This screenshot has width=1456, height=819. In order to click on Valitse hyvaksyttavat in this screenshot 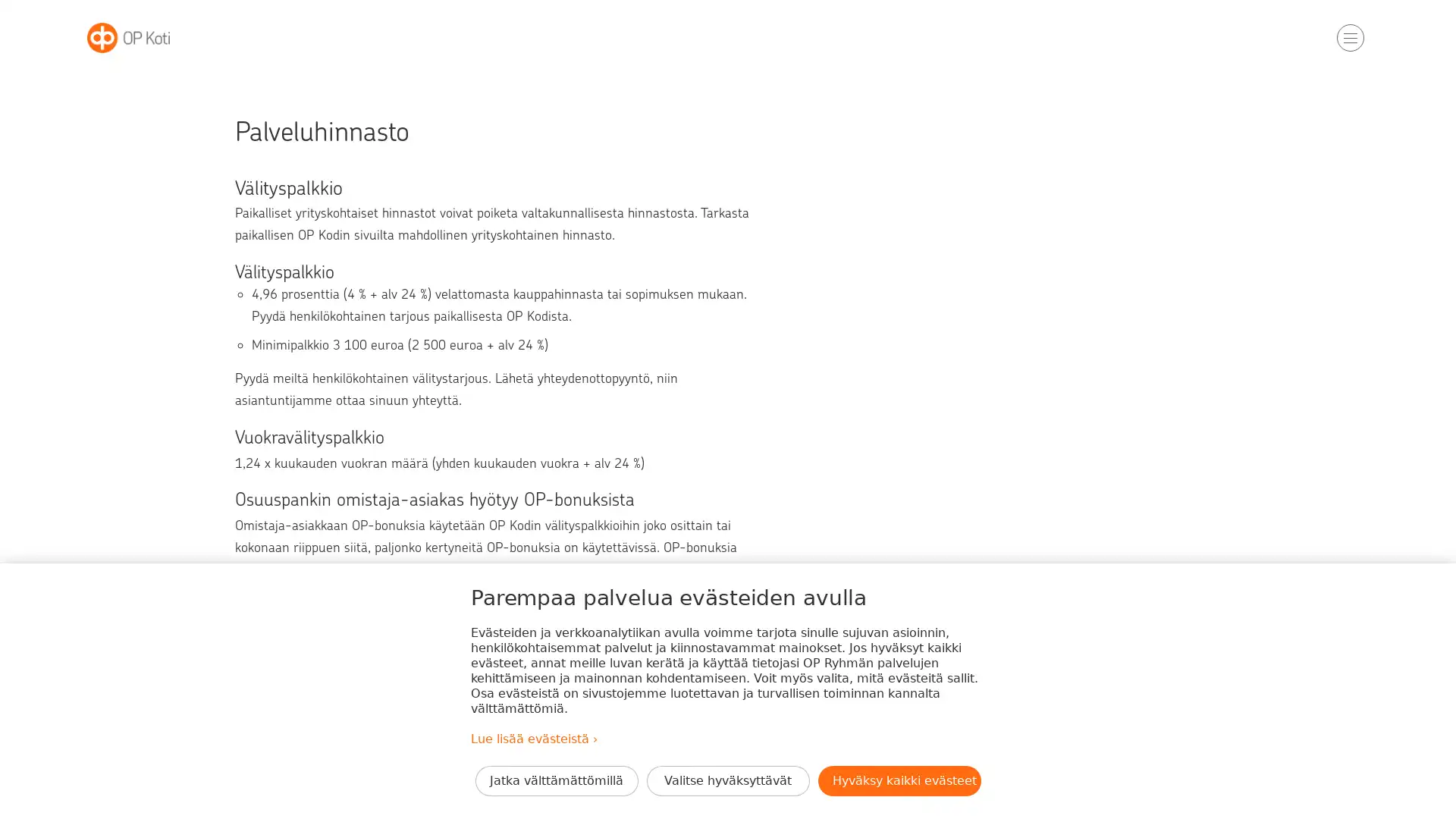, I will do `click(726, 780)`.